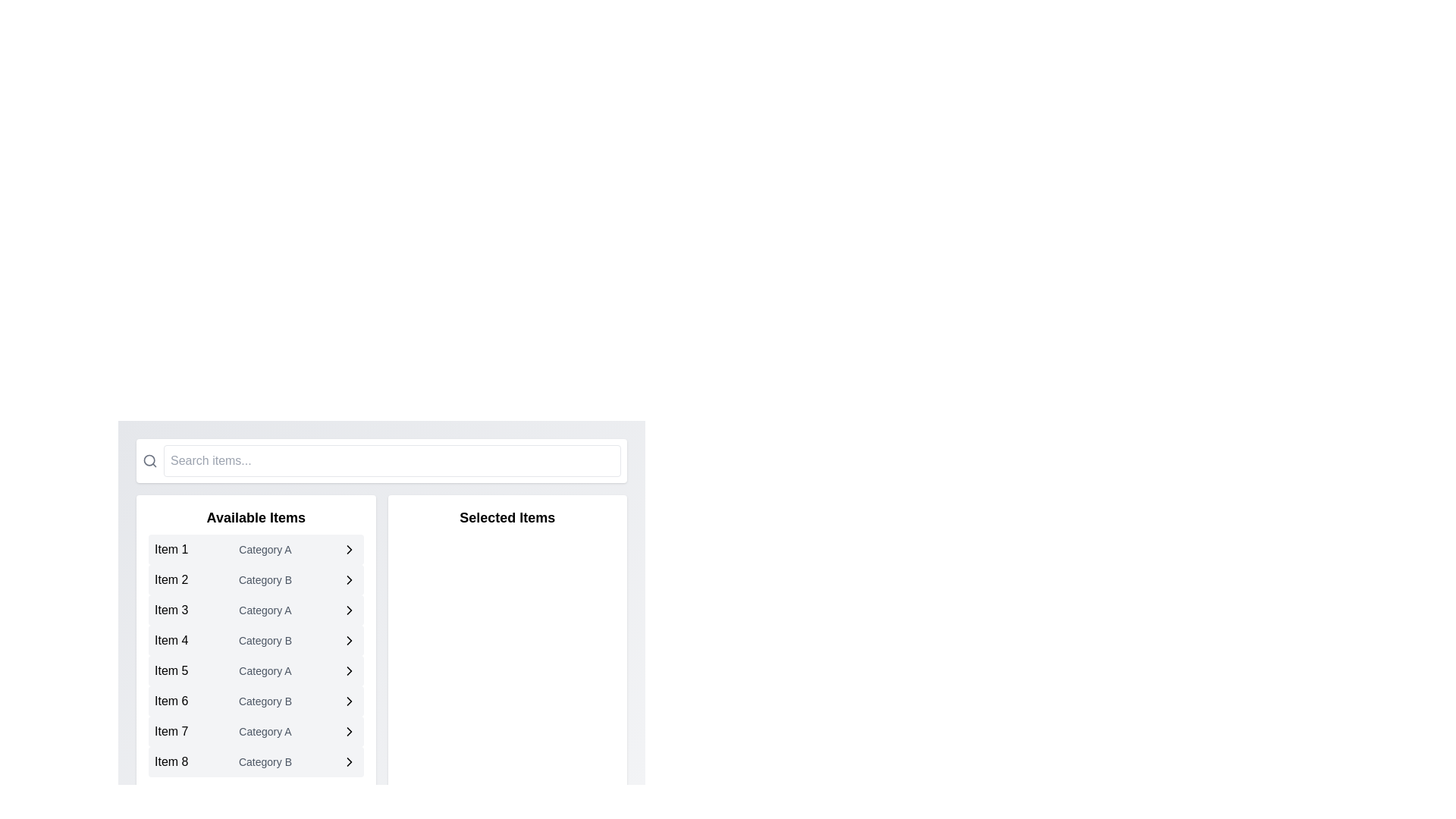 The height and width of the screenshot is (819, 1456). What do you see at coordinates (349, 762) in the screenshot?
I see `the rightward chevron SVG graphical element located in the row labeled 'Item 8 Category B' under the 'Available Items' section` at bounding box center [349, 762].